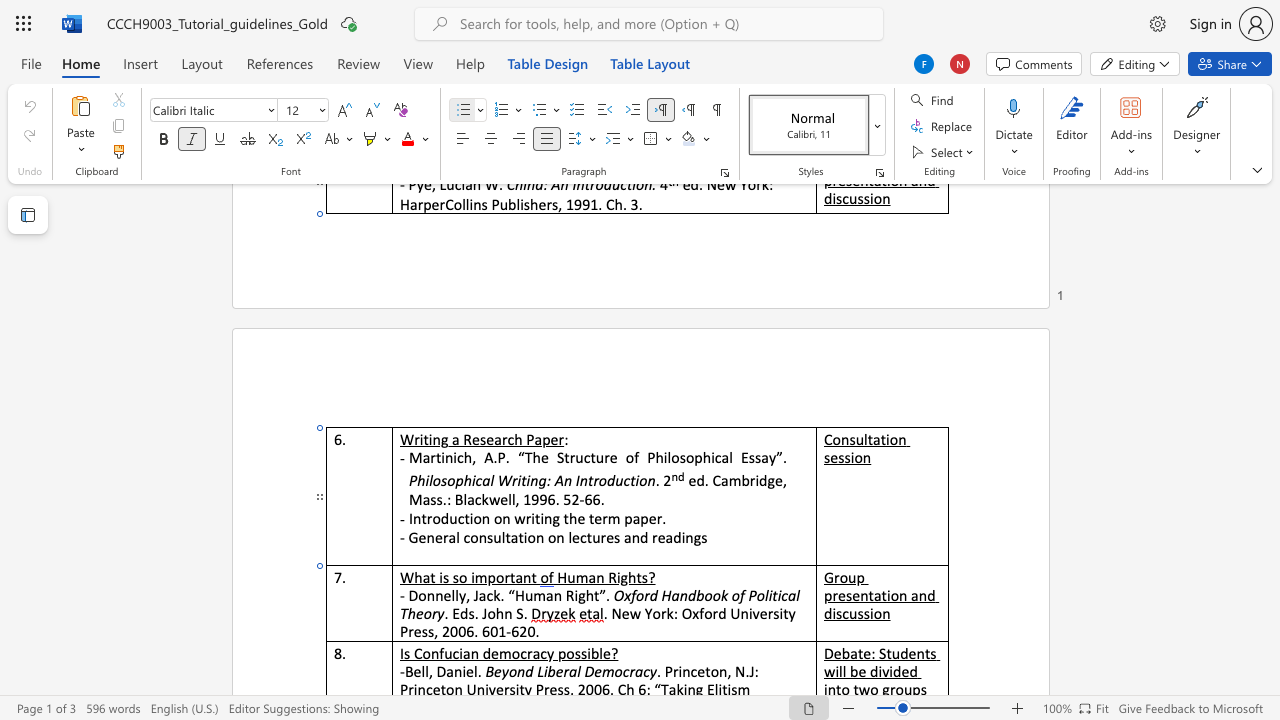 The width and height of the screenshot is (1280, 720). I want to click on the 3th character "t" in the text, so click(588, 536).